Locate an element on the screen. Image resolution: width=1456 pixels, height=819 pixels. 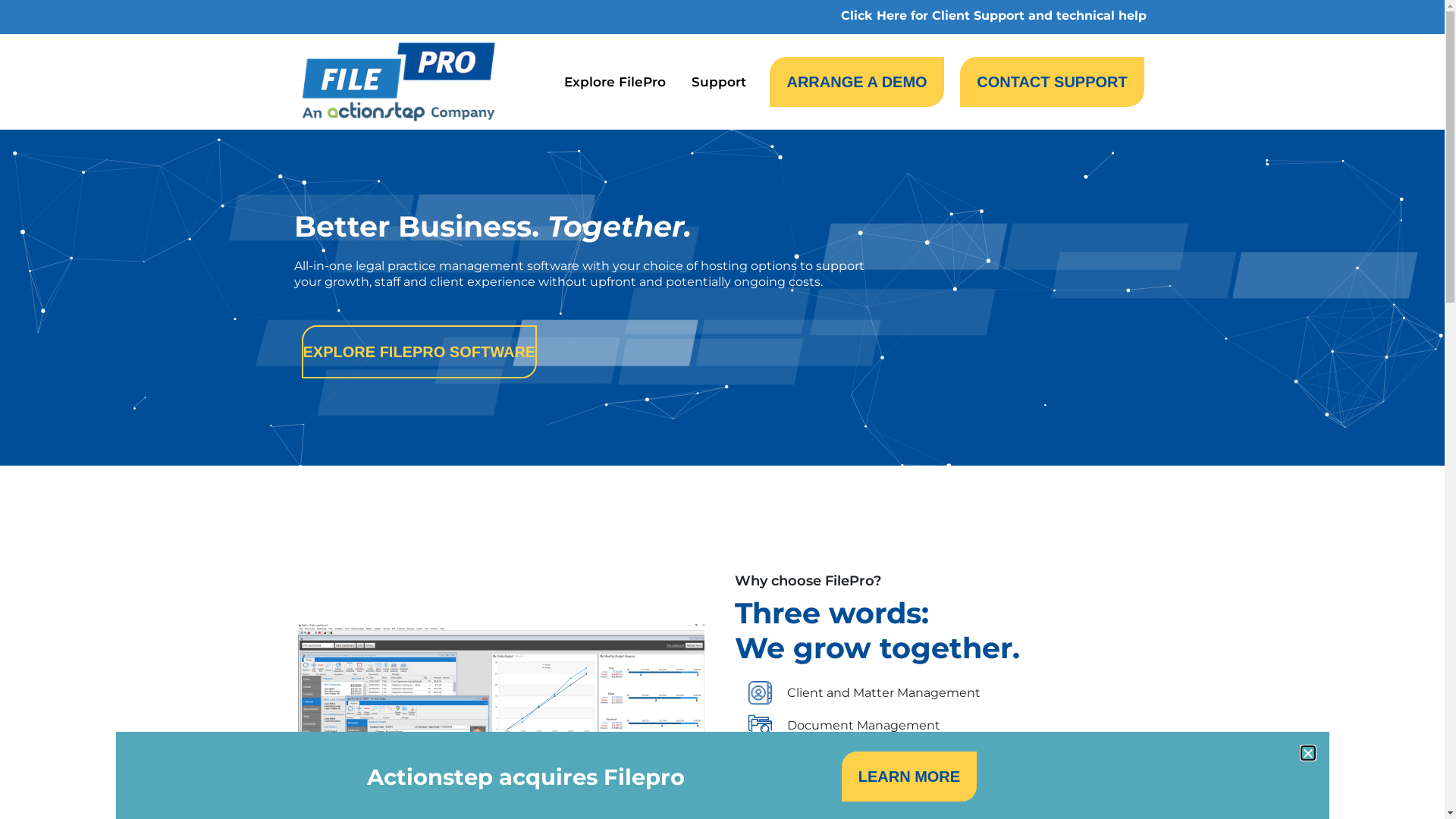
'ARRANGE A DEMO' is located at coordinates (769, 82).